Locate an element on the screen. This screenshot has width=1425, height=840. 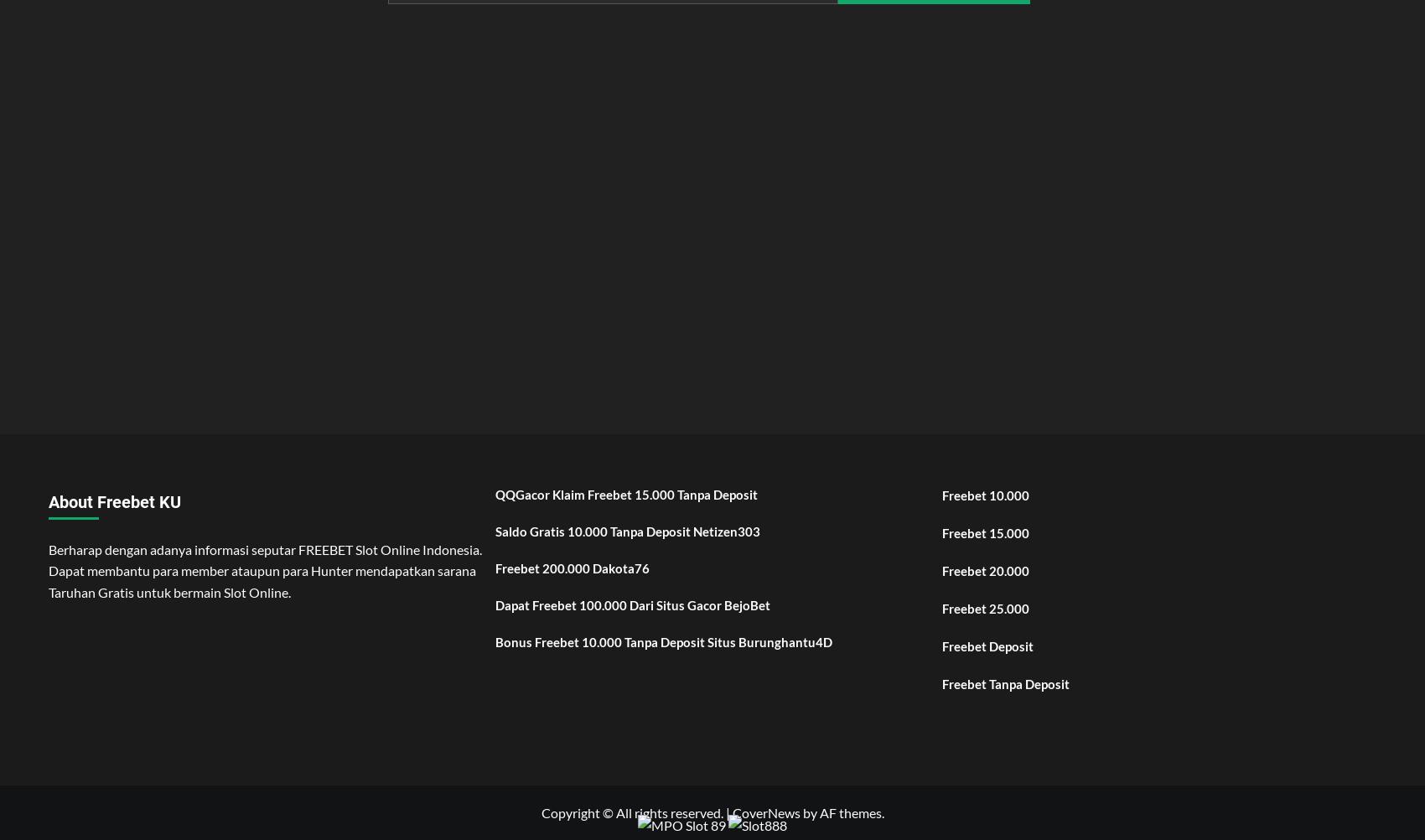
'Freebet 10.000' is located at coordinates (942, 493).